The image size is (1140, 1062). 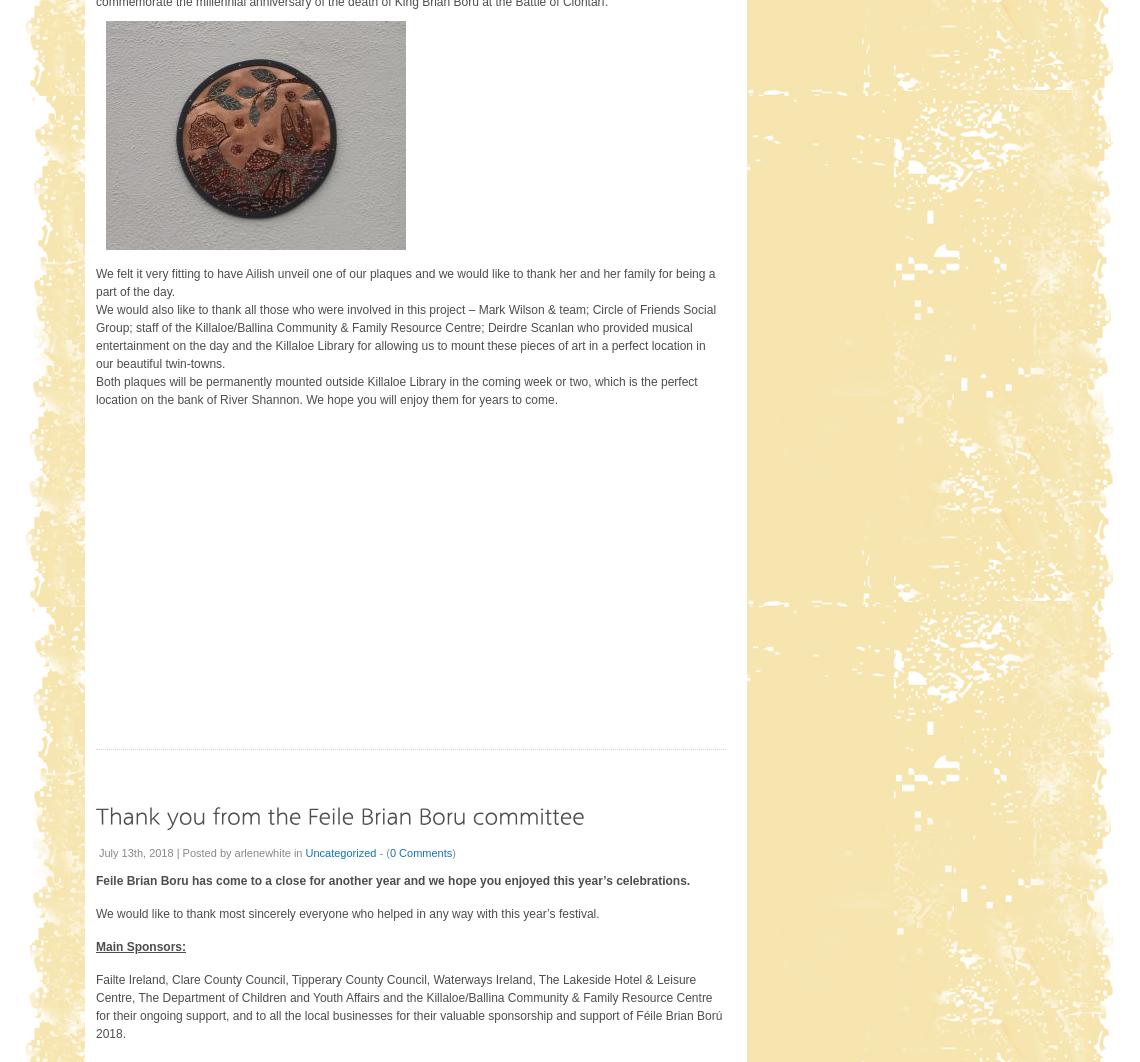 I want to click on 'We would also like to thank all those who were involved in this project – Mark Wilson & team; Circle of Friends Social Group; staff of the Killaloe/Ballina Community & Family Resource Centre; Deirdre Scanlan who provided musical entertainment on the day and the Killaloe Library for allowing us to mount these pieces of art in a perfect location in our beautiful twin-towns.', so click(x=404, y=335).